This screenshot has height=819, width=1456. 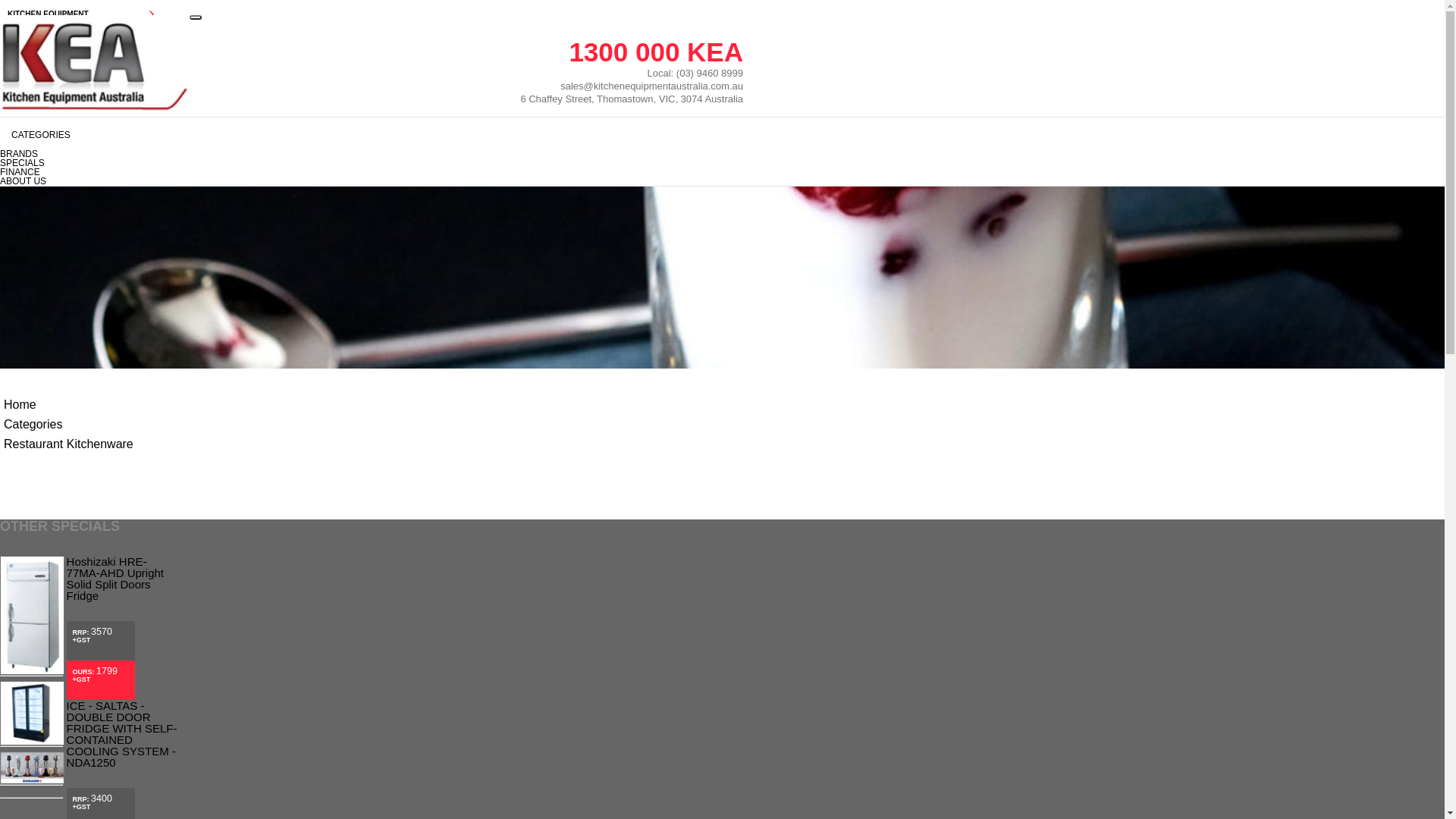 What do you see at coordinates (32, 742) in the screenshot?
I see `'ICE - SALTAS - DOUBLE DOOR FRIDGE WITH S'` at bounding box center [32, 742].